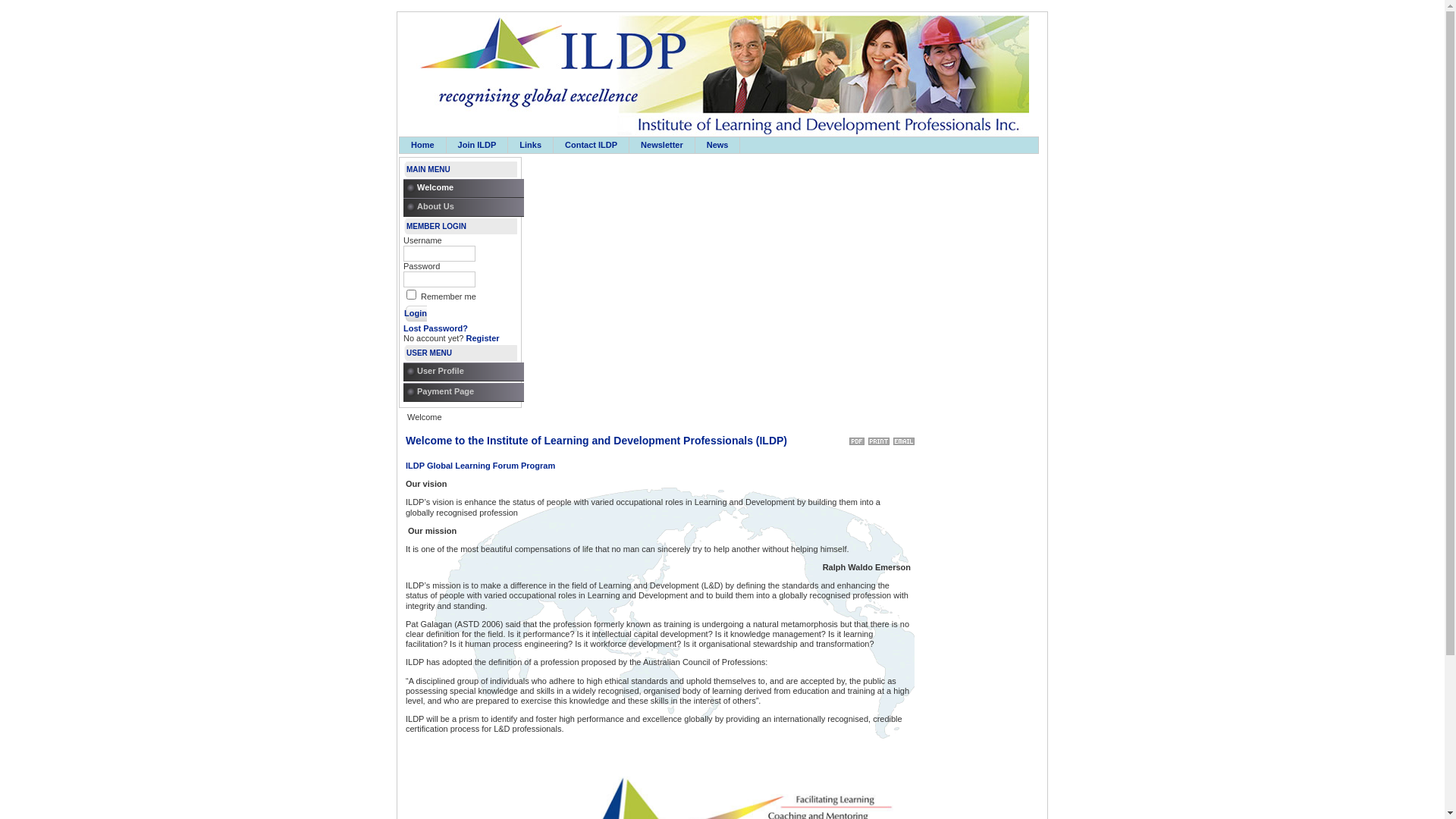  I want to click on 'Home', so click(422, 145).